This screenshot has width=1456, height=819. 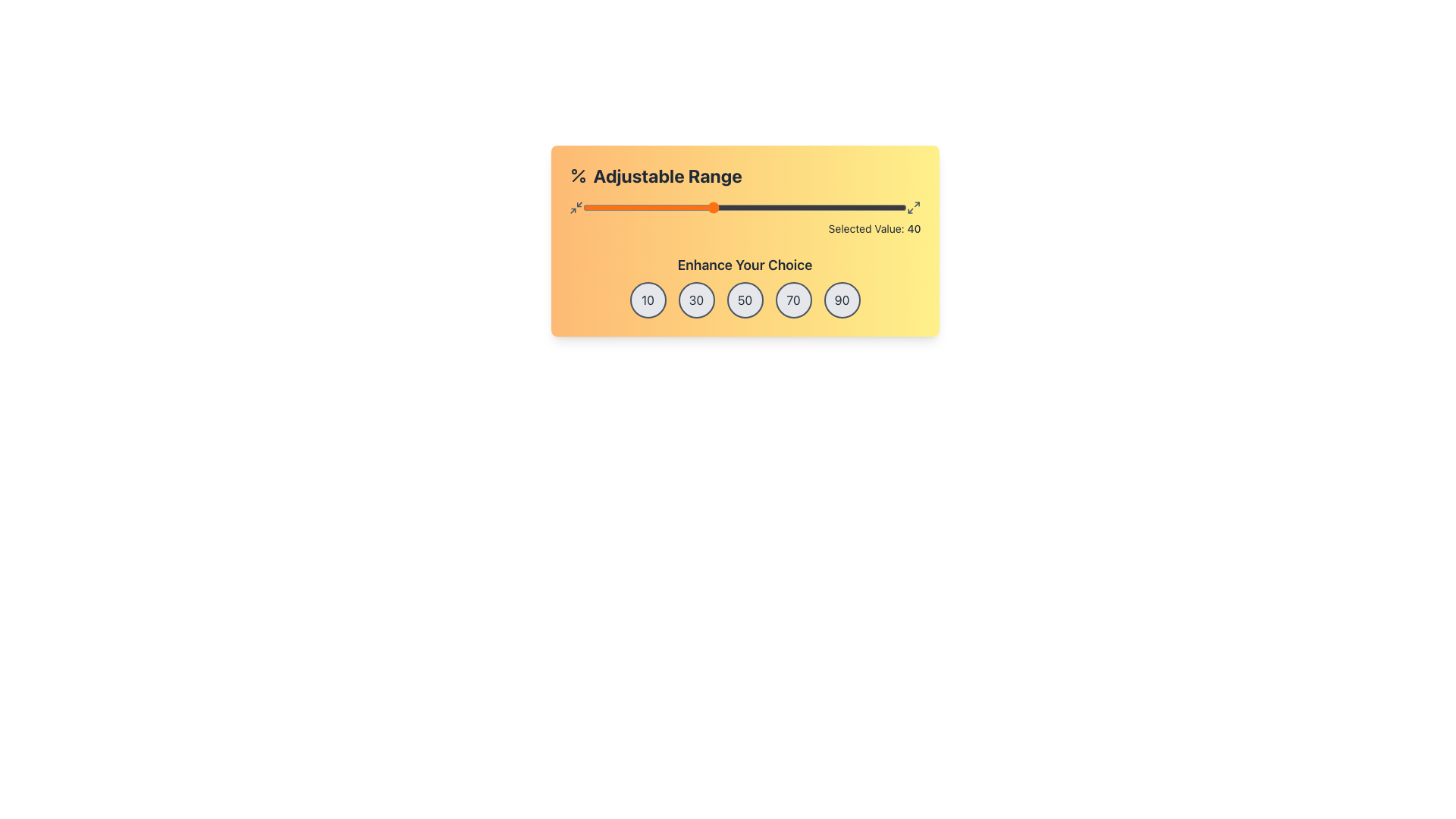 I want to click on the slider value, so click(x=821, y=207).